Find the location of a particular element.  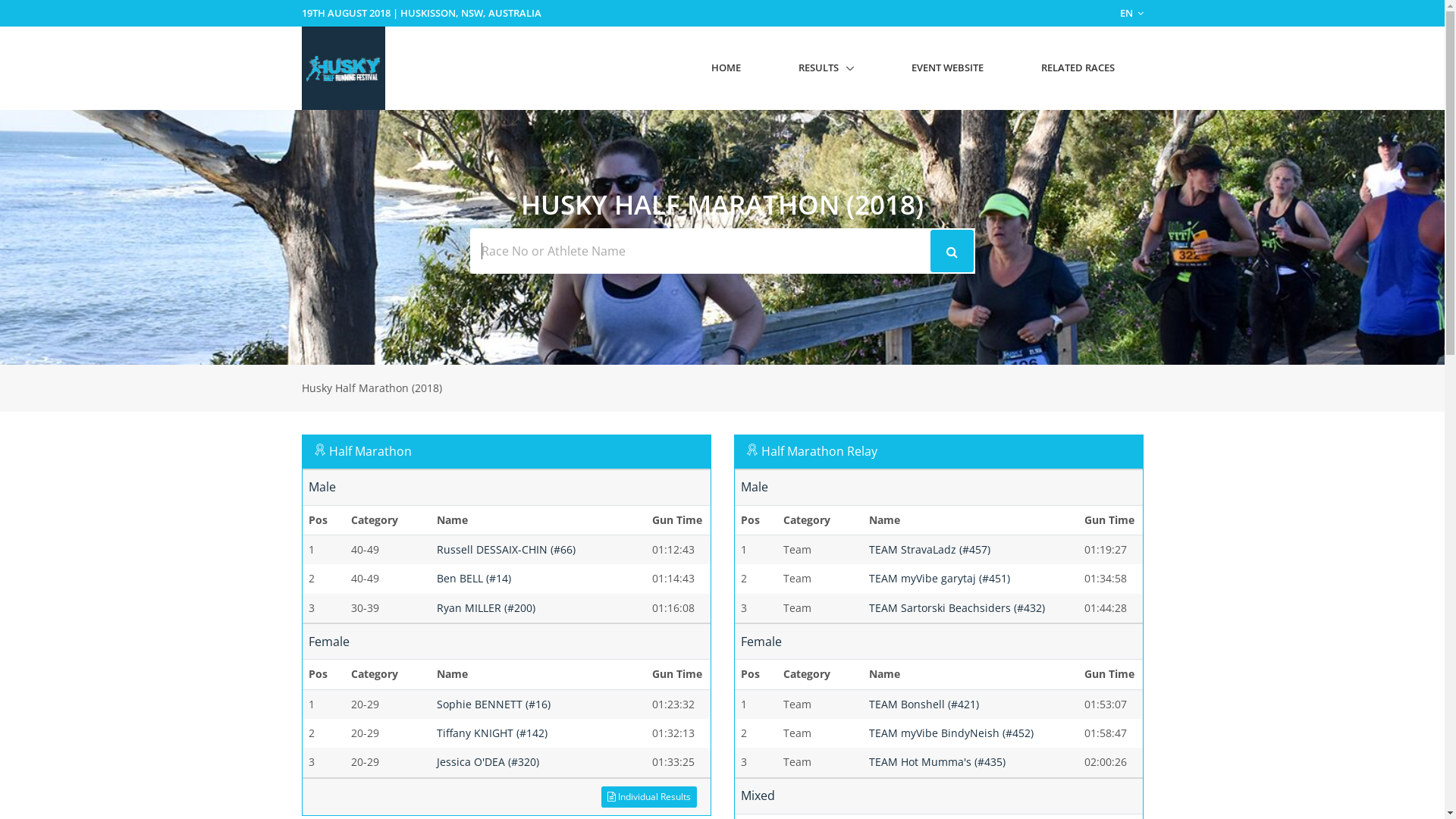

'TEAM StravaLadz (#457)' is located at coordinates (928, 549).